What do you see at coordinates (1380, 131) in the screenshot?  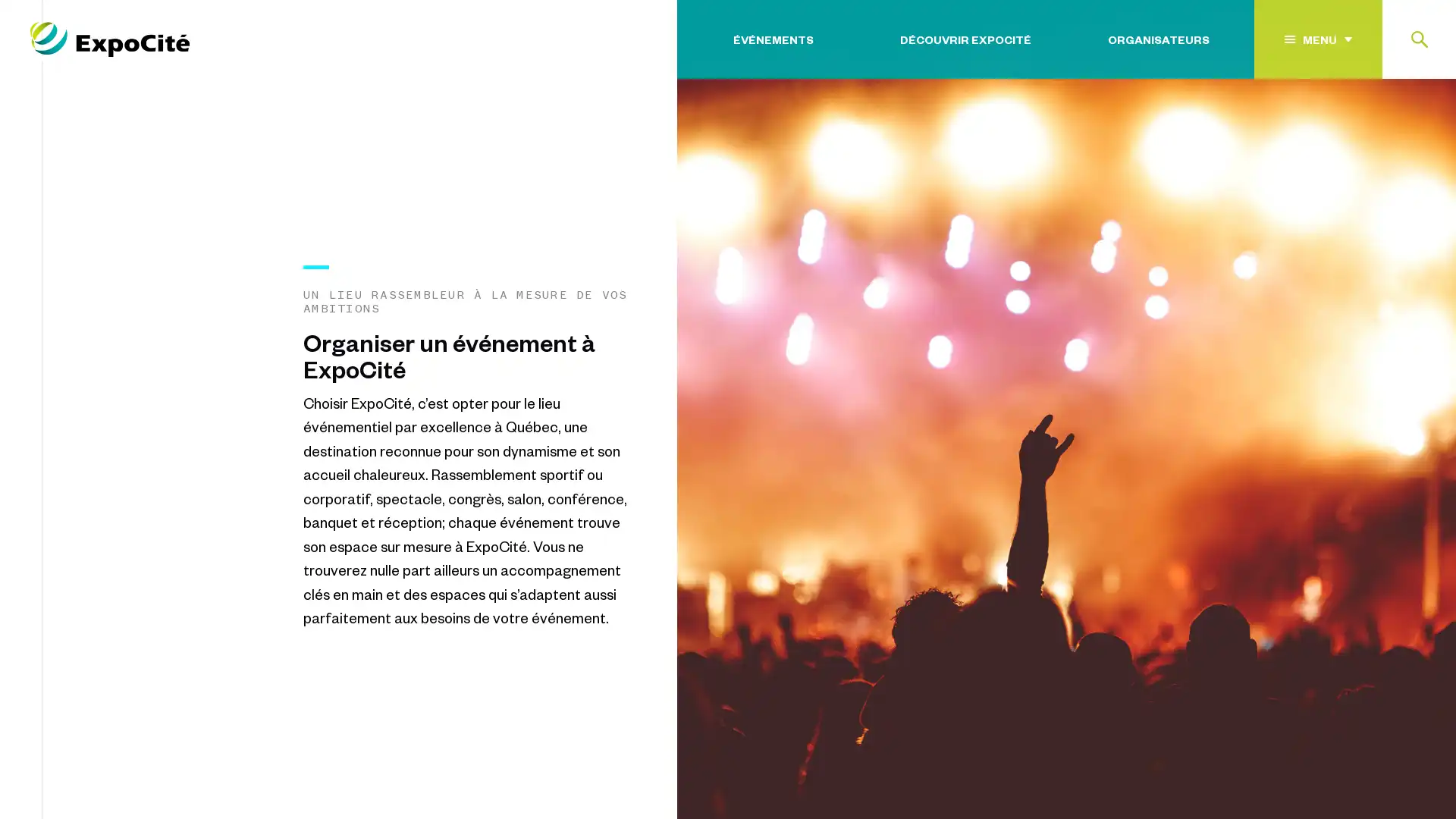 I see `TROUVER` at bounding box center [1380, 131].